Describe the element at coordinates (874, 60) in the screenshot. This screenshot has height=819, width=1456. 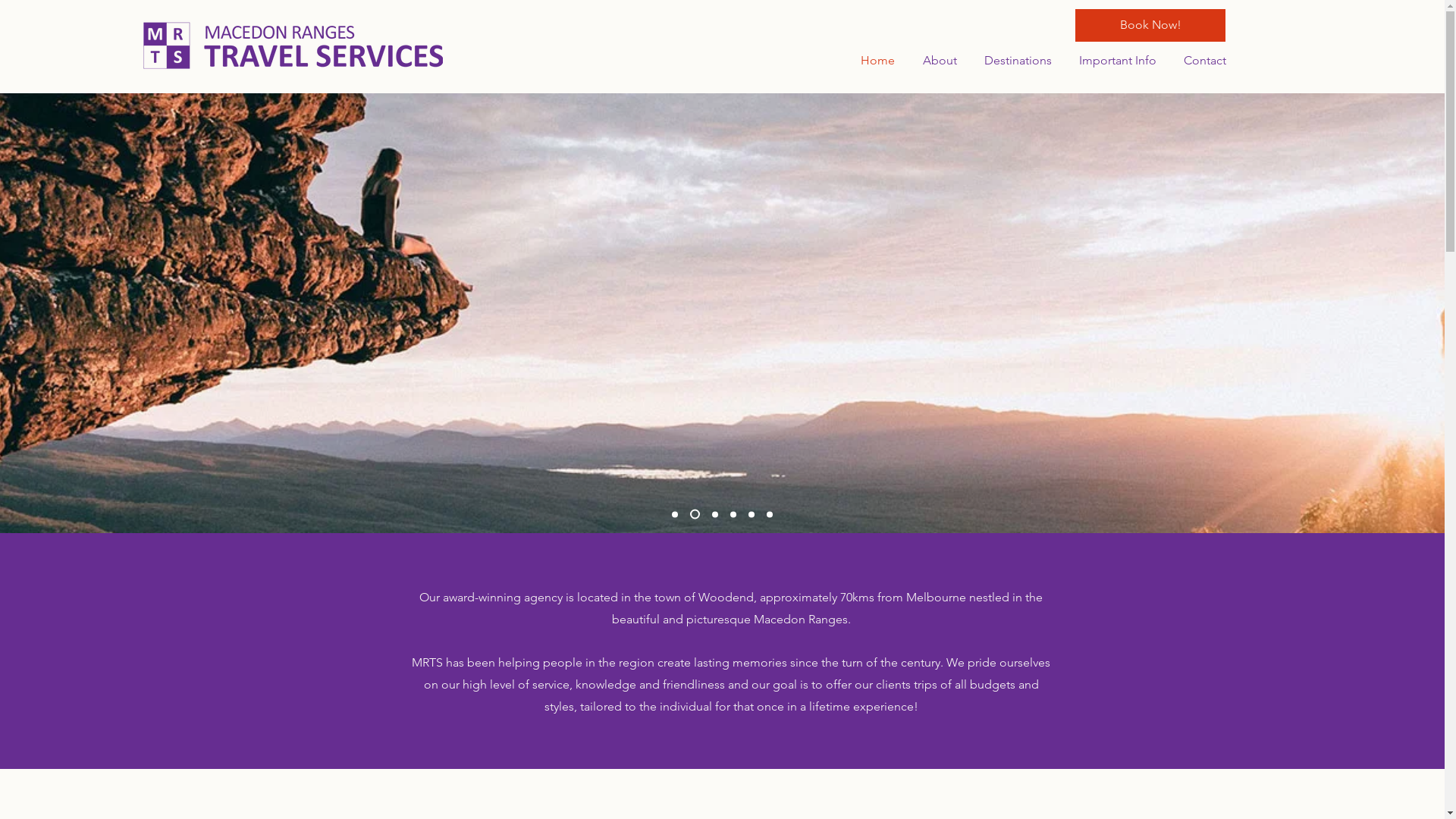
I see `'Home'` at that location.